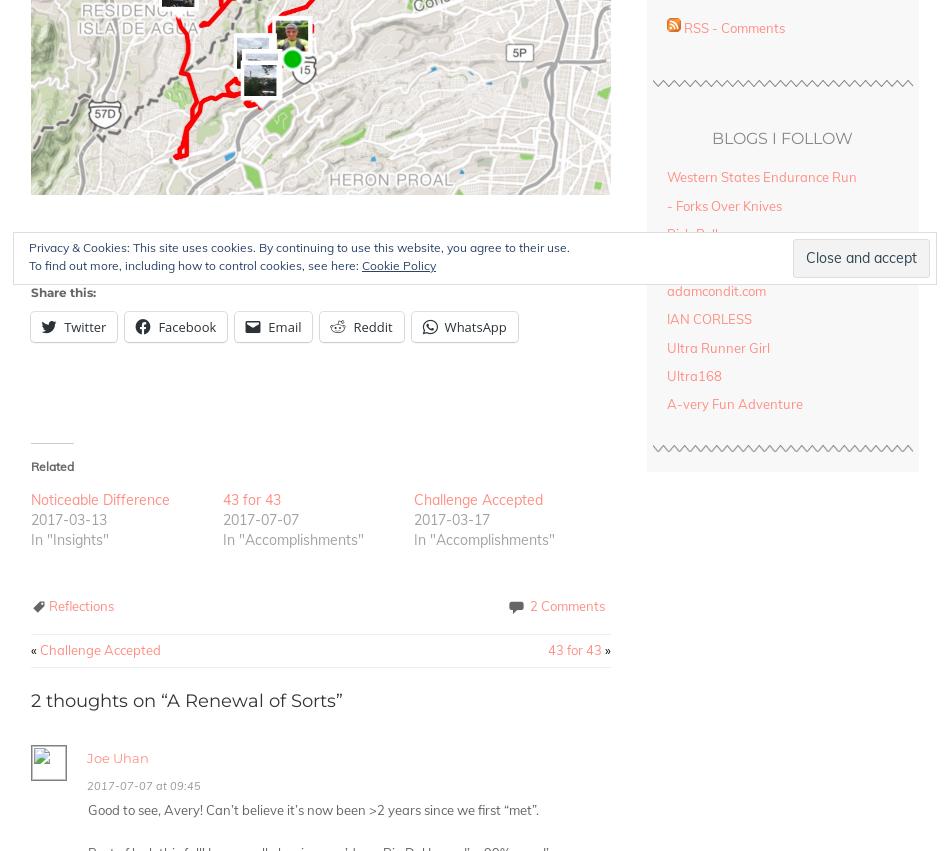  Describe the element at coordinates (398, 264) in the screenshot. I see `'Cookie Policy'` at that location.